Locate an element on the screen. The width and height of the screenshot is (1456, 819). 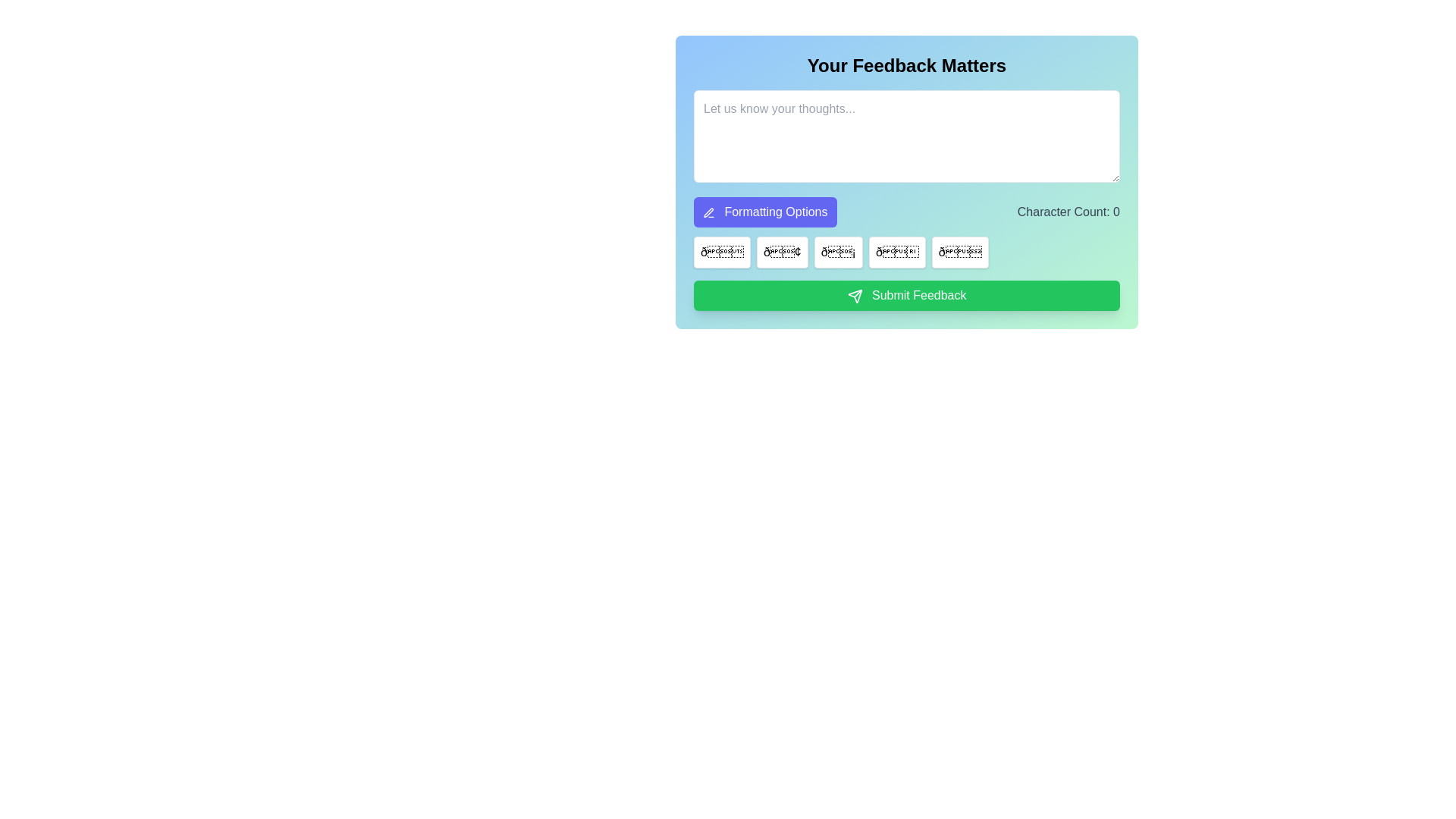
the 'Submit Feedback' button, which contains a small green triangular icon resembling a paper airplane is located at coordinates (855, 296).